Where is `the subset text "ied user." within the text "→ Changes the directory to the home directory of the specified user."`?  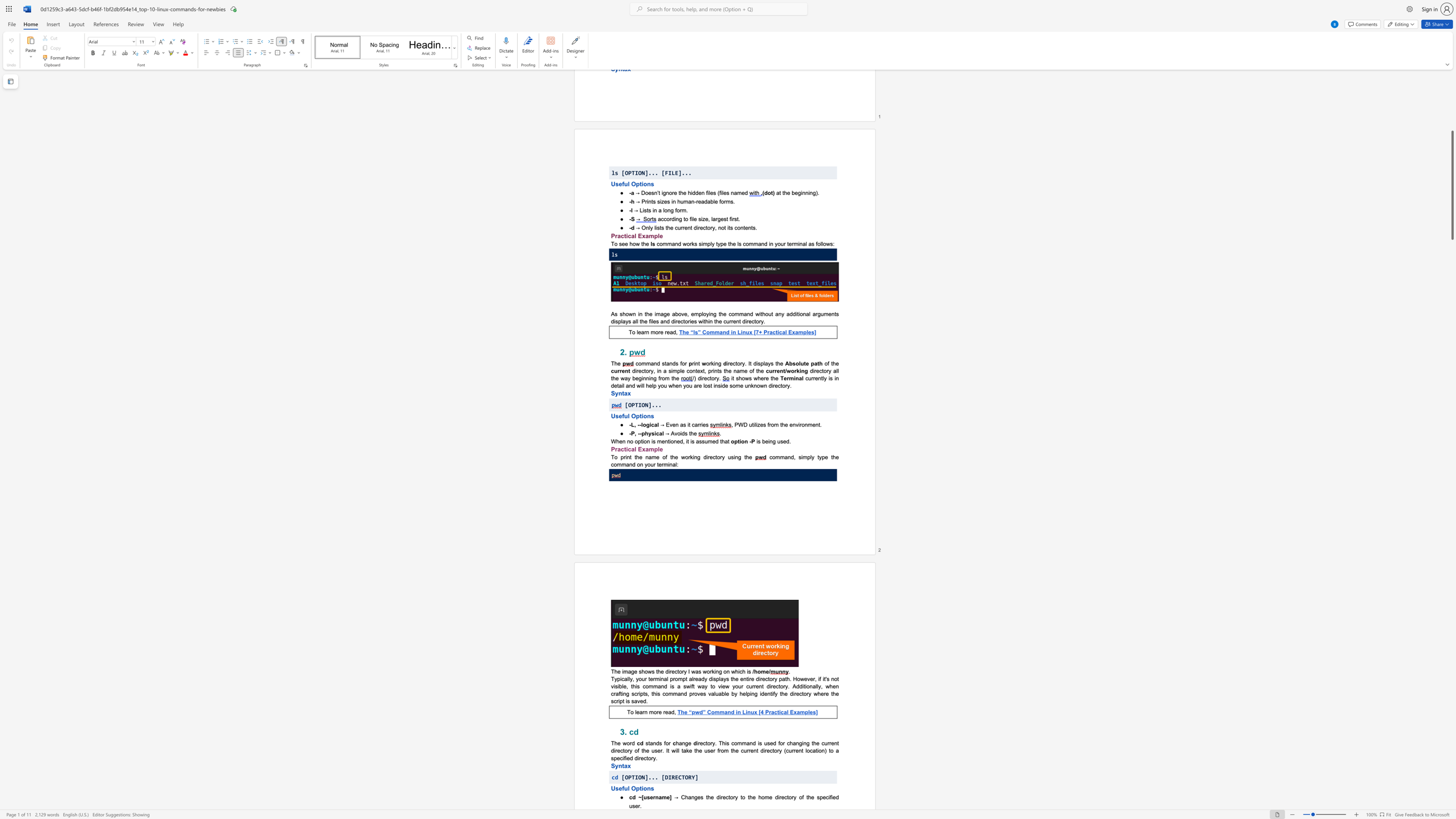 the subset text "ied user." within the text "→ Changes the directory to the home directory of the specified user." is located at coordinates (831, 796).